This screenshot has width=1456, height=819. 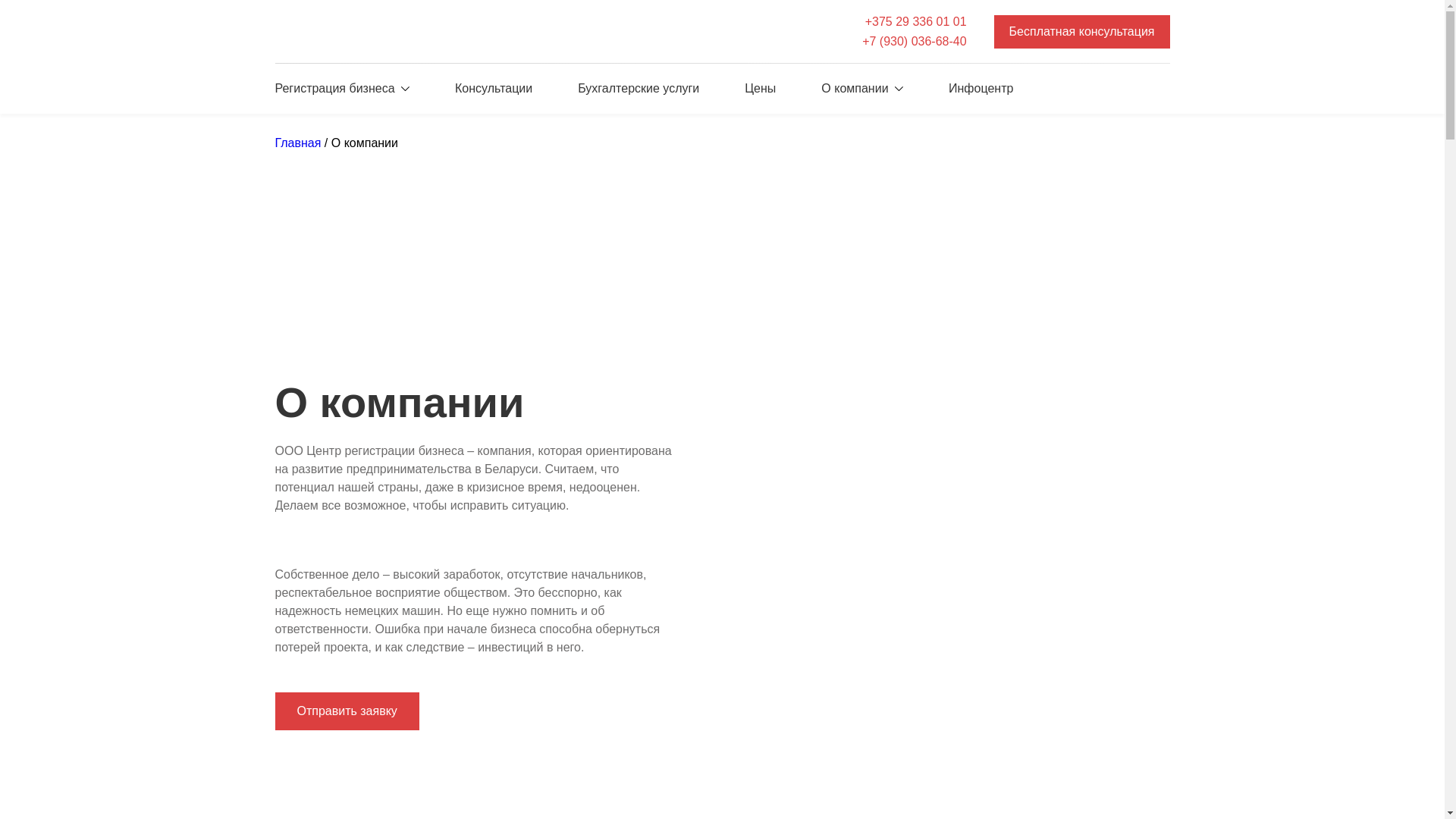 I want to click on '+375 29 336 01 01', so click(x=862, y=22).